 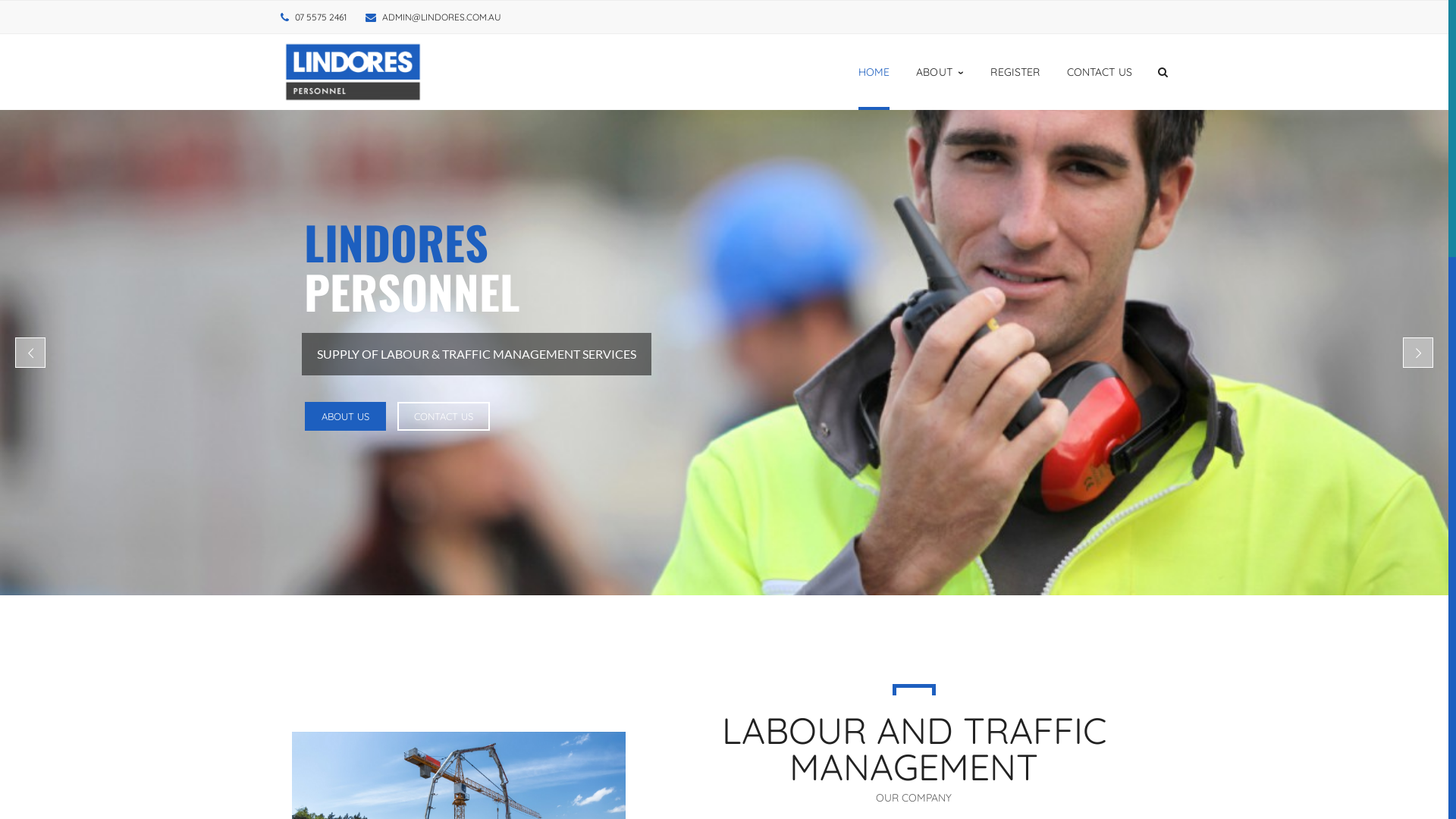 I want to click on 'CONTACT US', so click(x=443, y=416).